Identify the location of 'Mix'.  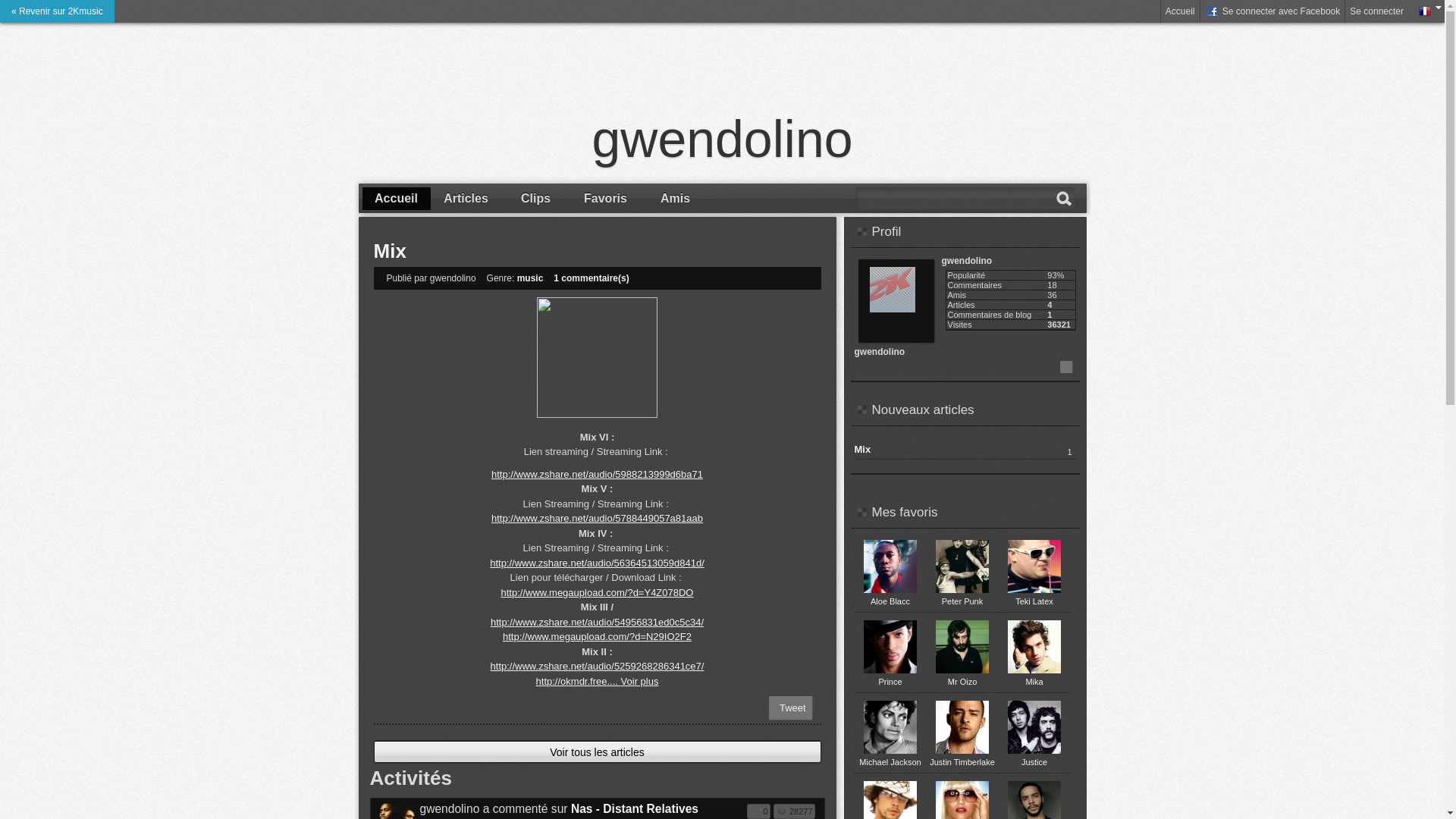
(862, 448).